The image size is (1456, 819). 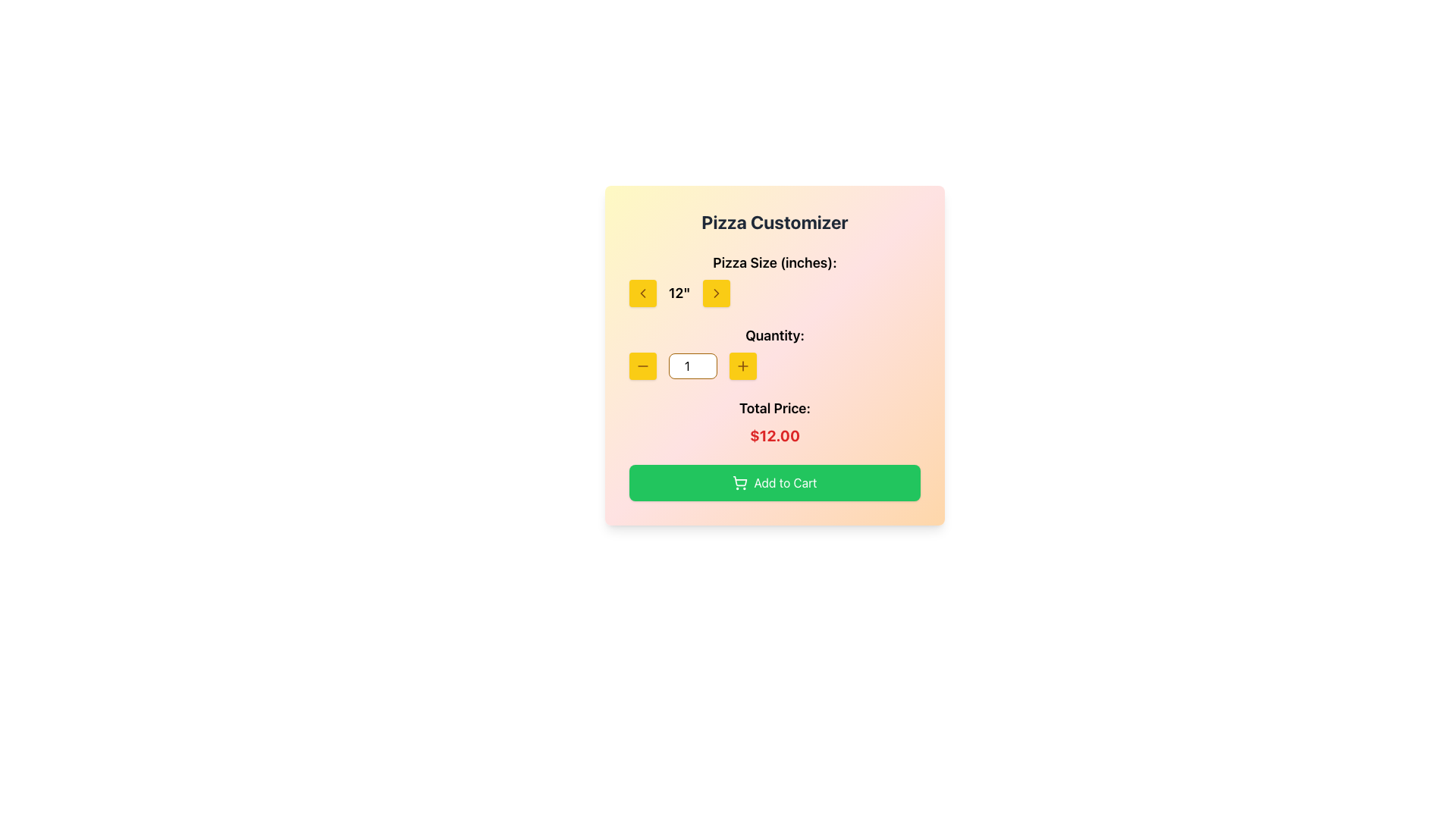 I want to click on the shopping cart icon located within the green 'Add to Cart' button in the Pizza Customizer section, so click(x=740, y=482).